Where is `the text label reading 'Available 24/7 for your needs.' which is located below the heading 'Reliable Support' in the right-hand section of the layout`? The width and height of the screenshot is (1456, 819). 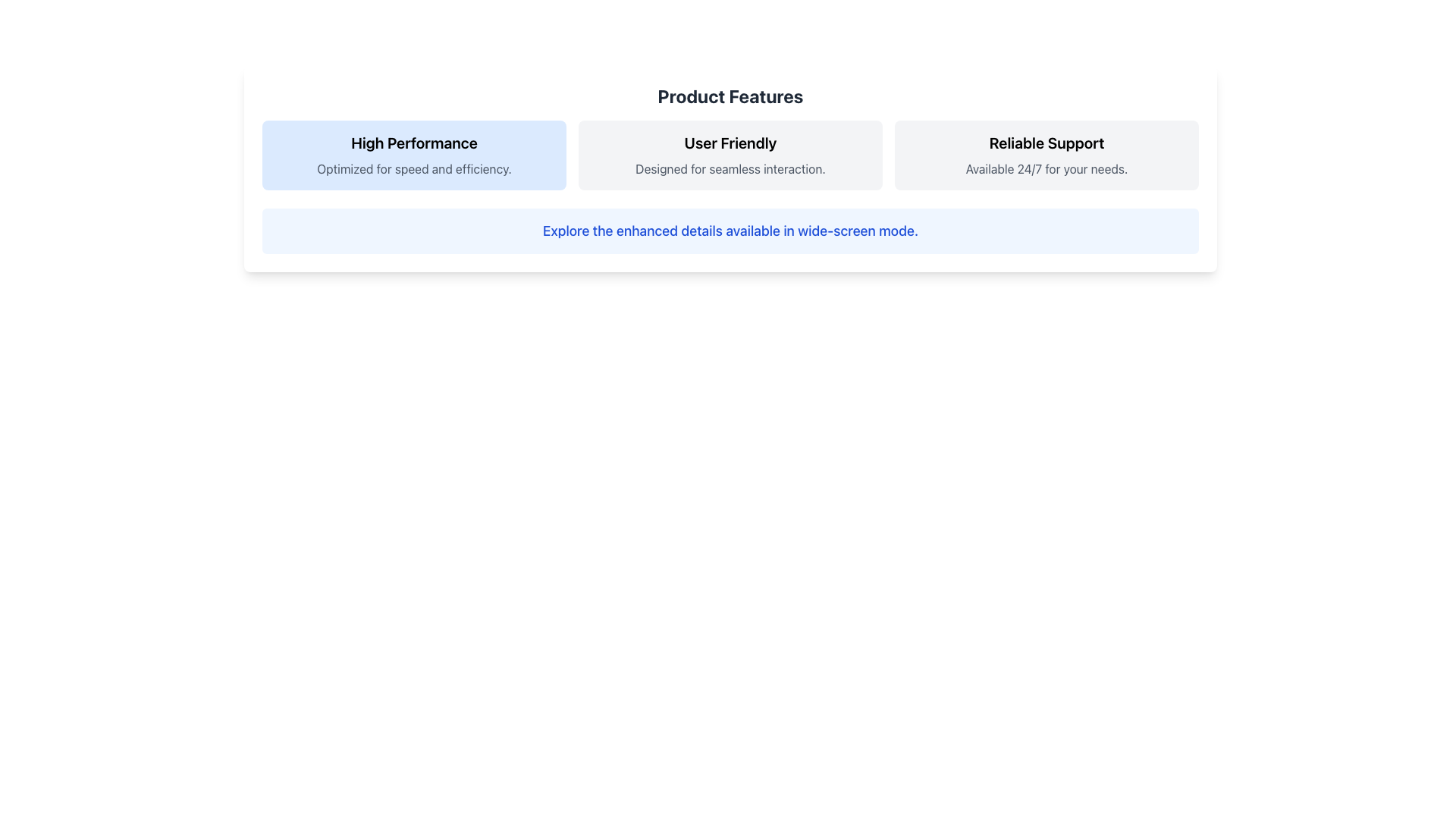
the text label reading 'Available 24/7 for your needs.' which is located below the heading 'Reliable Support' in the right-hand section of the layout is located at coordinates (1046, 169).